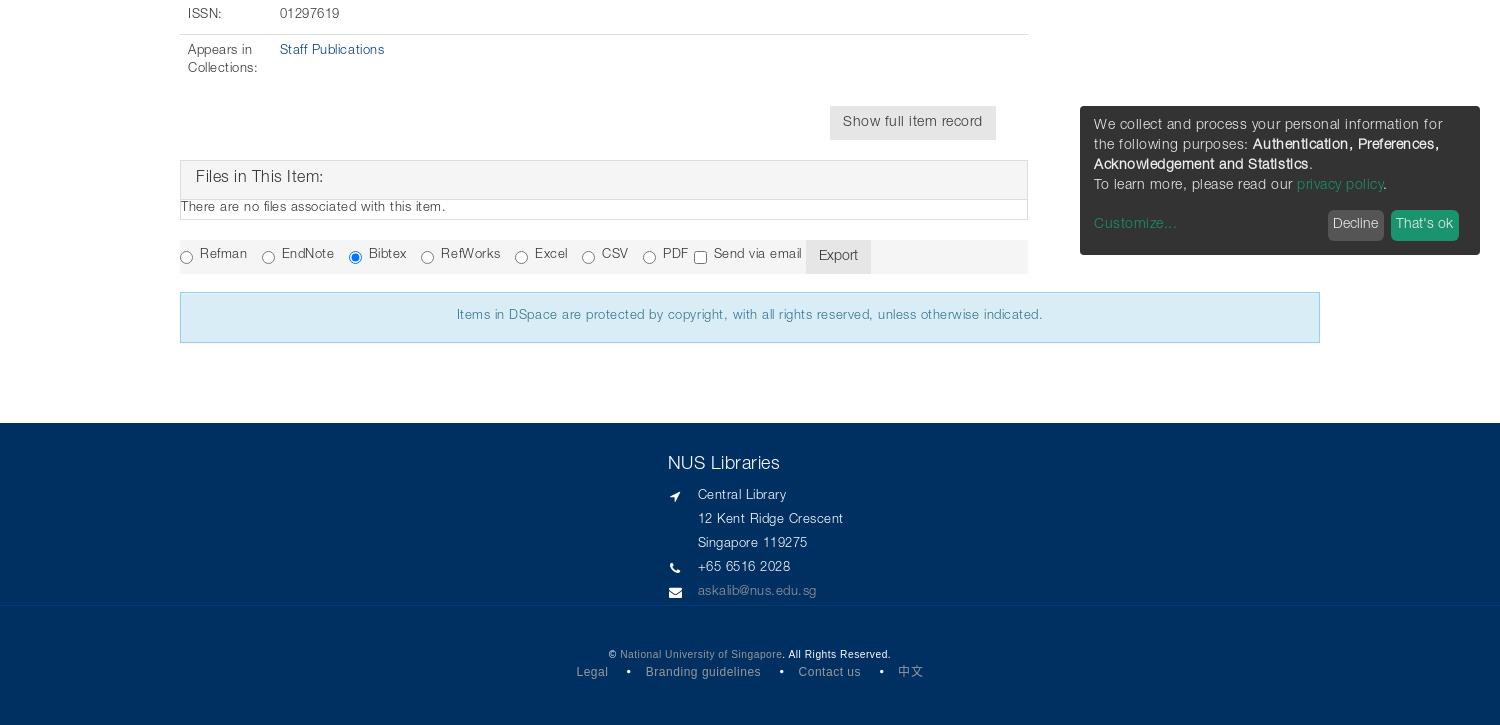 This screenshot has height=725, width=1500. Describe the element at coordinates (663, 255) in the screenshot. I see `'PDF'` at that location.